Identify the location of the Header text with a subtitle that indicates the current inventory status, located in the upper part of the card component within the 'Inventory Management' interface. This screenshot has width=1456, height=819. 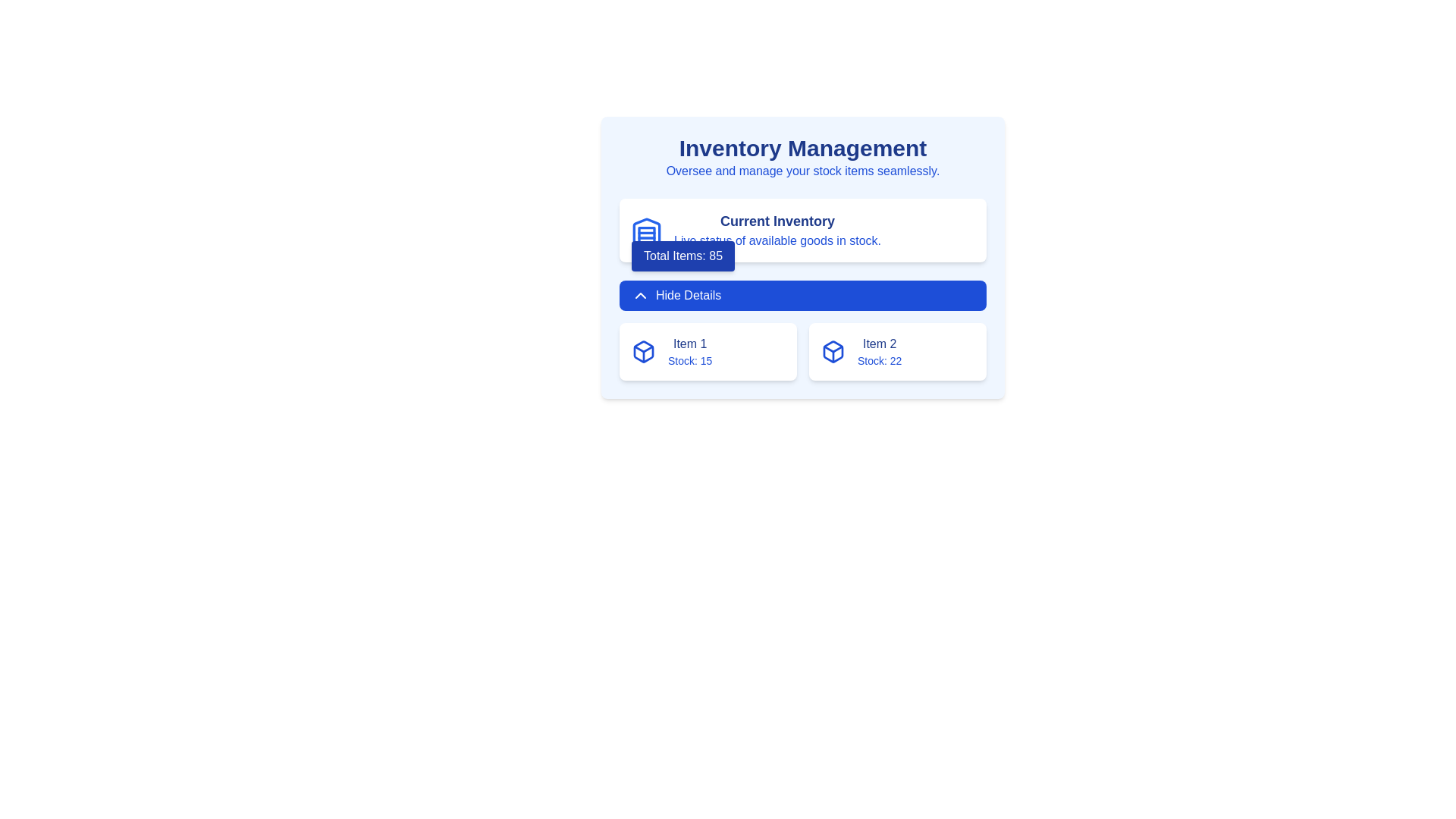
(777, 231).